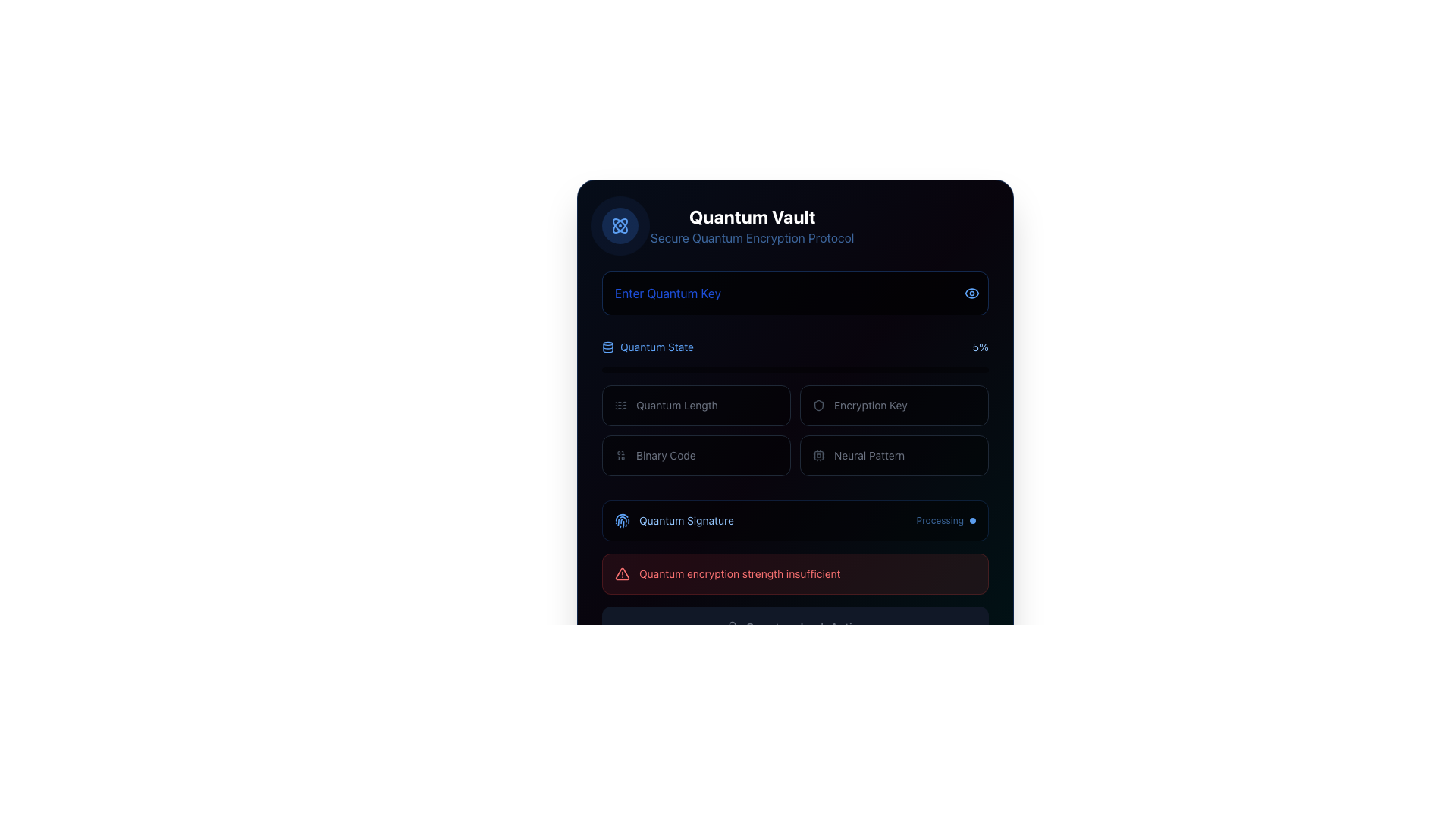  I want to click on the text label displaying 'Quantum Signature' in light blue, which is located to the right of a fingerprint icon in the lower-middle section of the interface, so click(686, 519).